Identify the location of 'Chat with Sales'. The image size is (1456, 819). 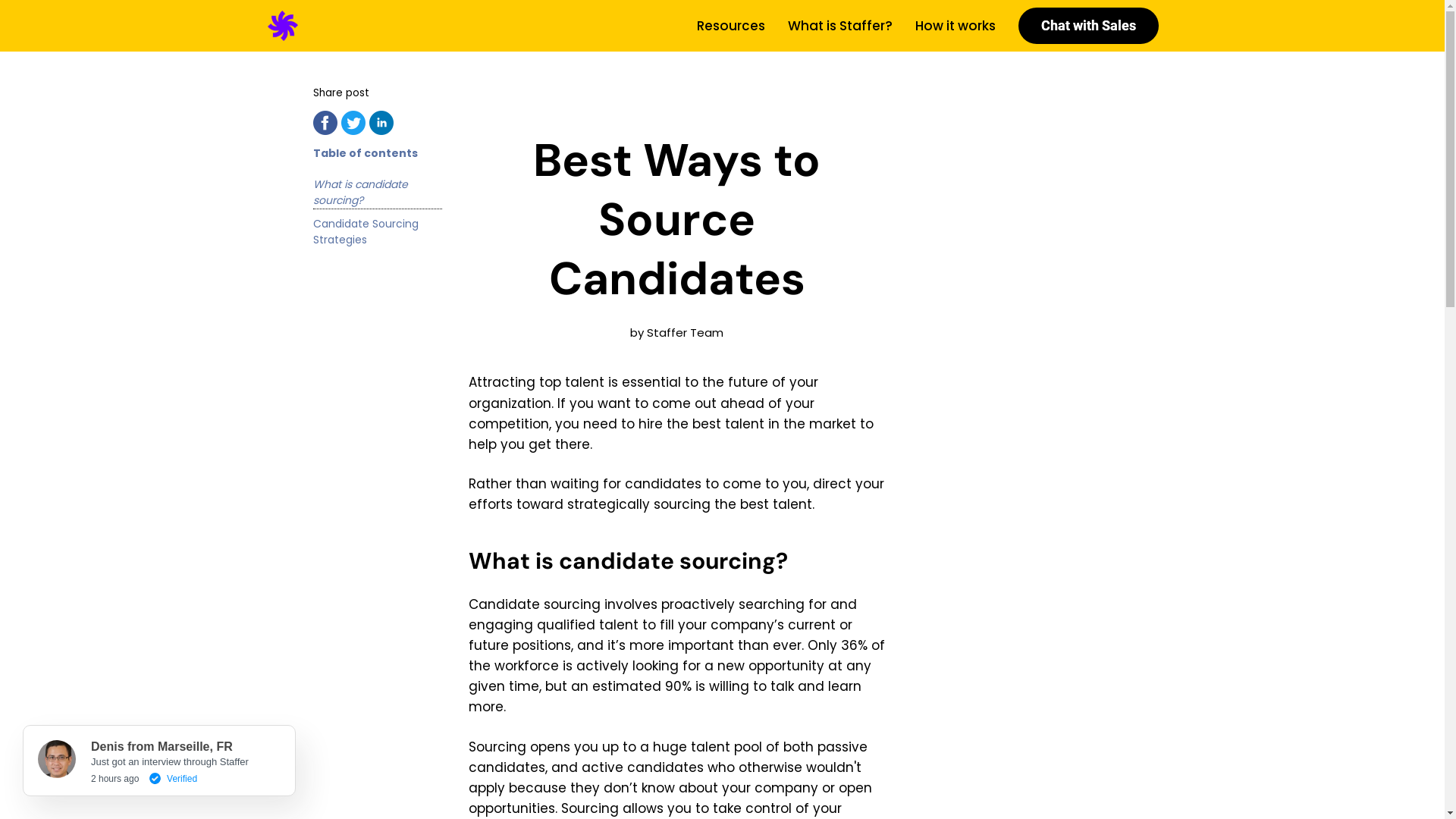
(1087, 26).